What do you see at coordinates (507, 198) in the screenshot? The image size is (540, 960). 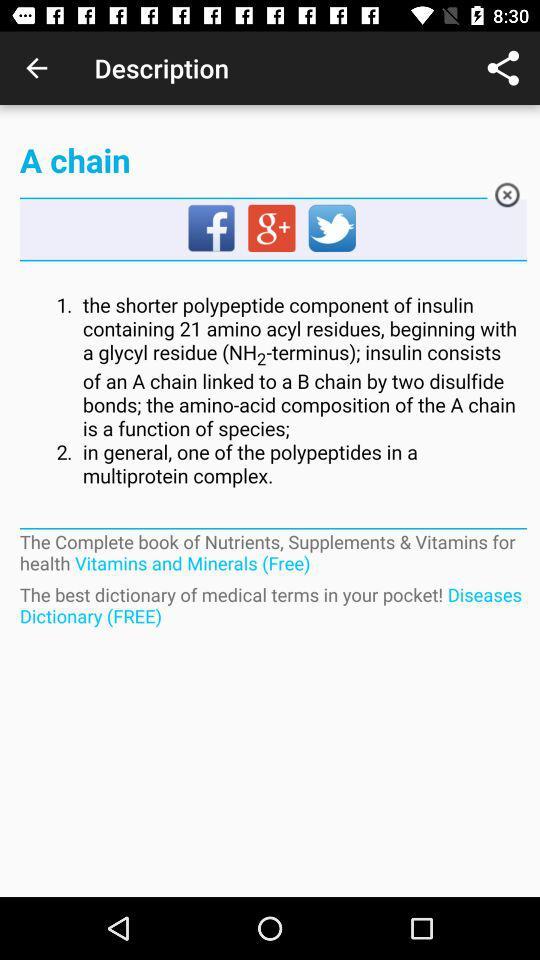 I see `button` at bounding box center [507, 198].